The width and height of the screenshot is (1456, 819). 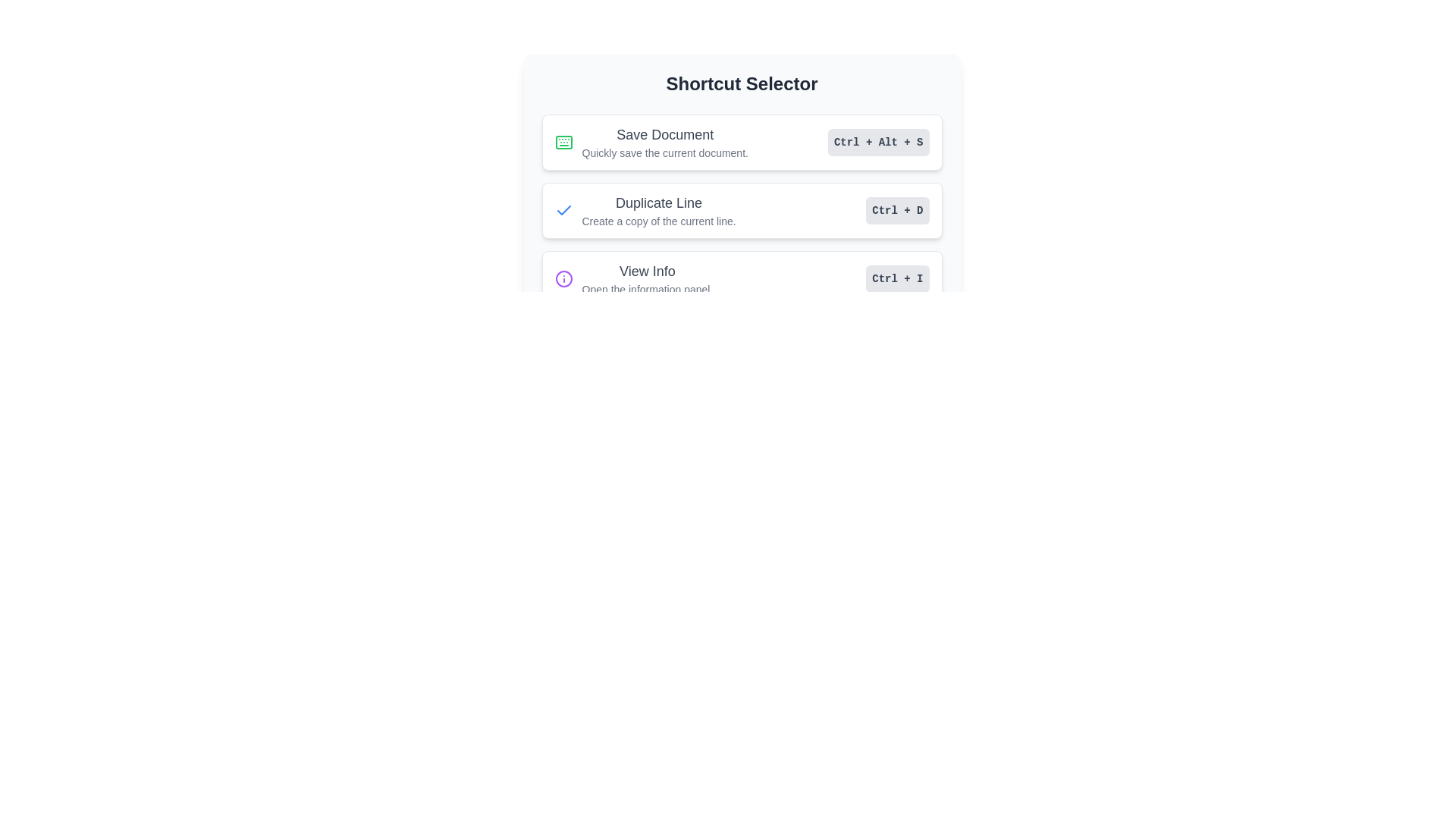 I want to click on the text displayed on the 'Ctrl + I' button-like UI element located in the 'View Info' section of the 'Shortcut Selector' interface, so click(x=897, y=278).